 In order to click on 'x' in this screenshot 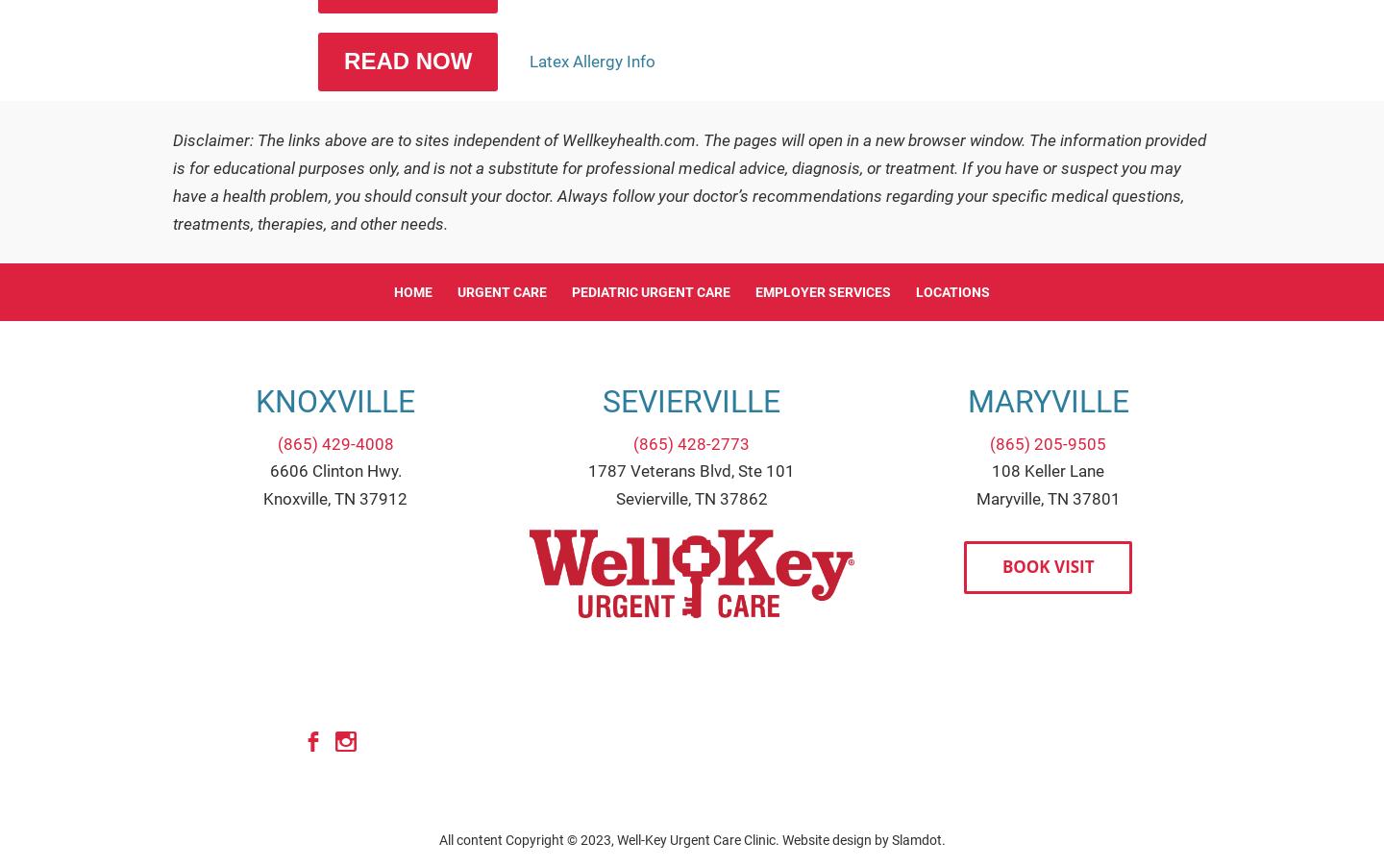, I will do `click(346, 741)`.